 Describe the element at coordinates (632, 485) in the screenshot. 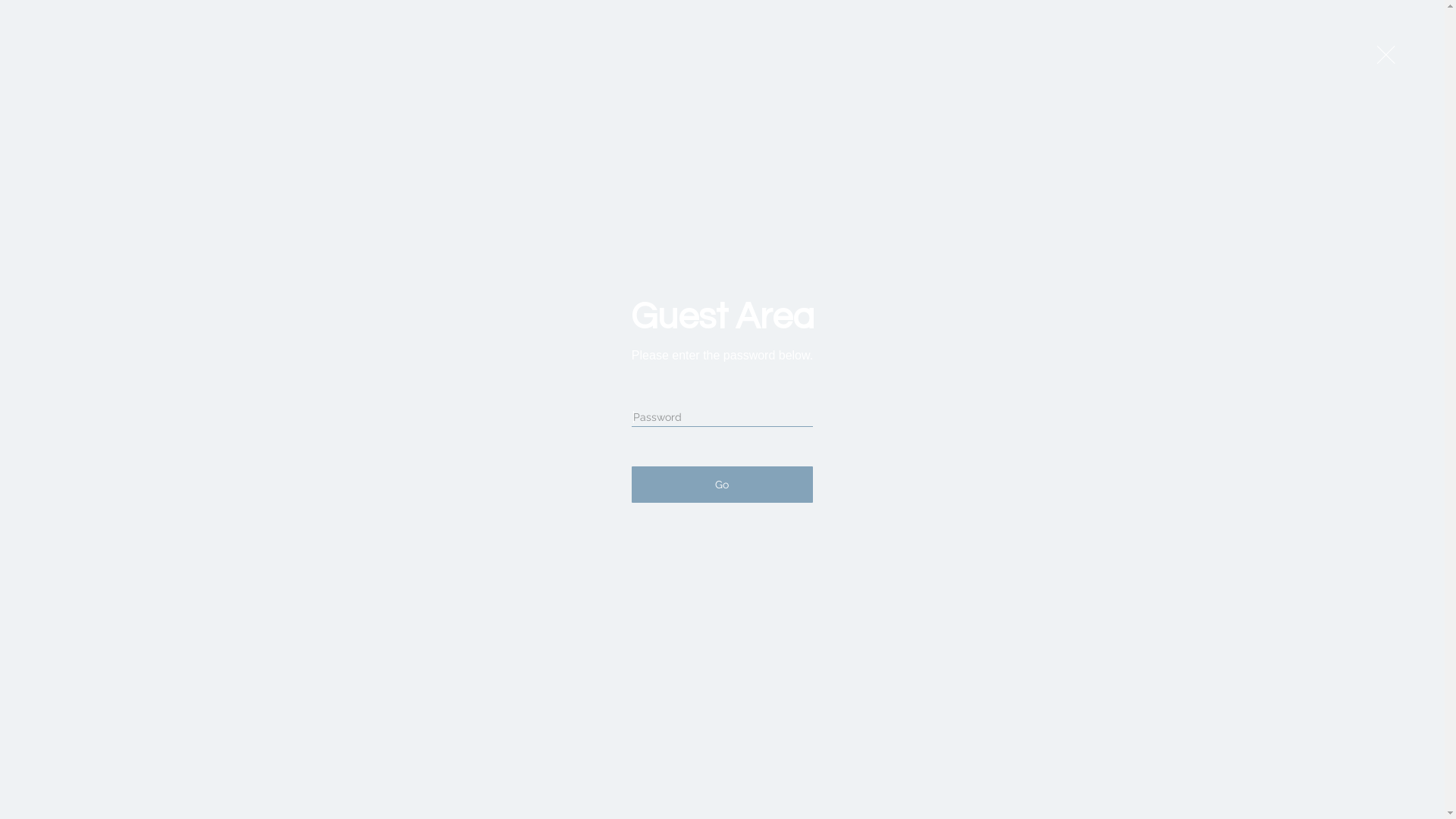

I see `'Go'` at that location.